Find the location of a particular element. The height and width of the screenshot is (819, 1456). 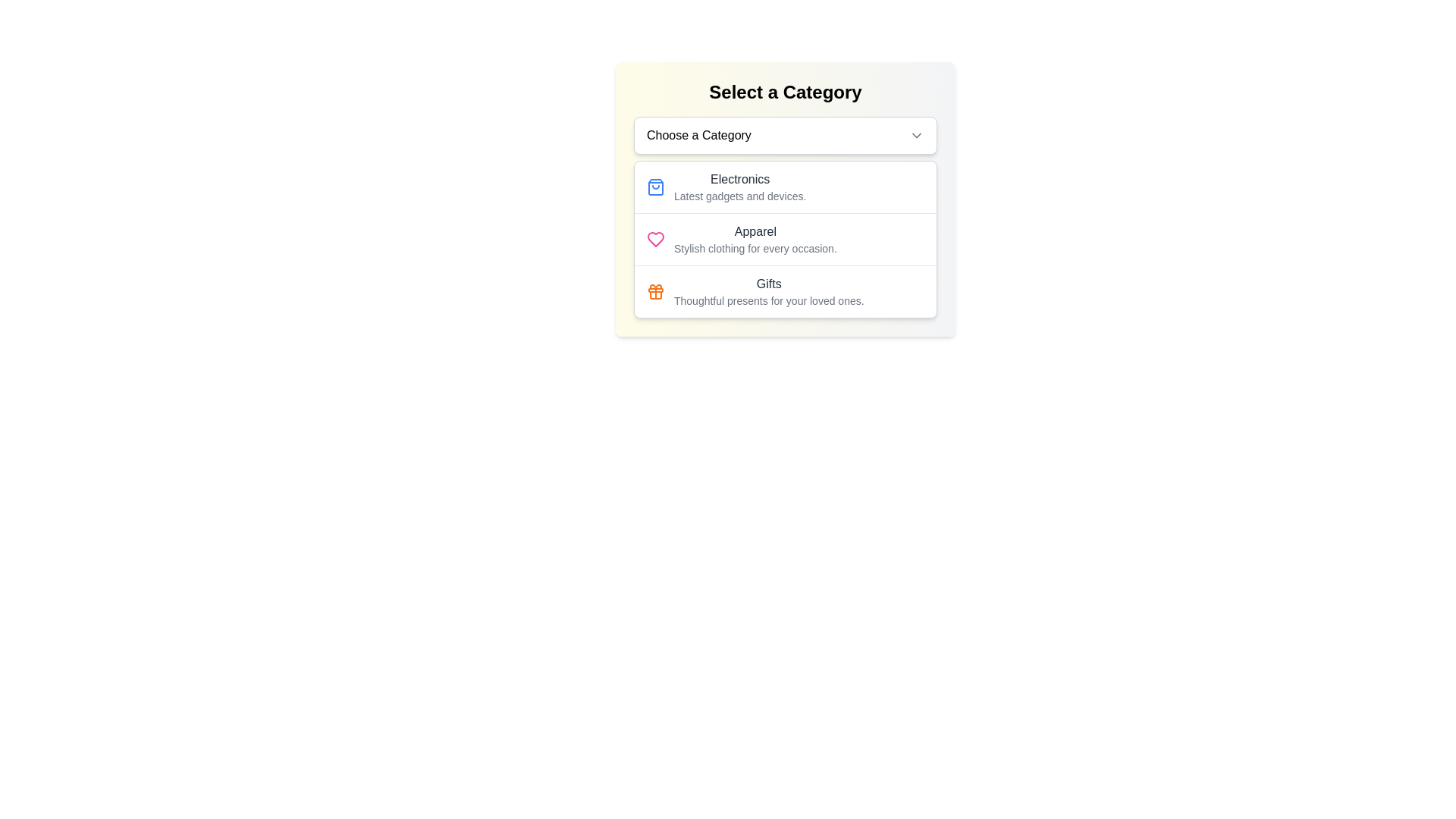

the text description element that provides additional context for the 'Gifts' category in the 'Select a Category' dropdown menu, positioned beneath the 'Gifts' title is located at coordinates (769, 301).